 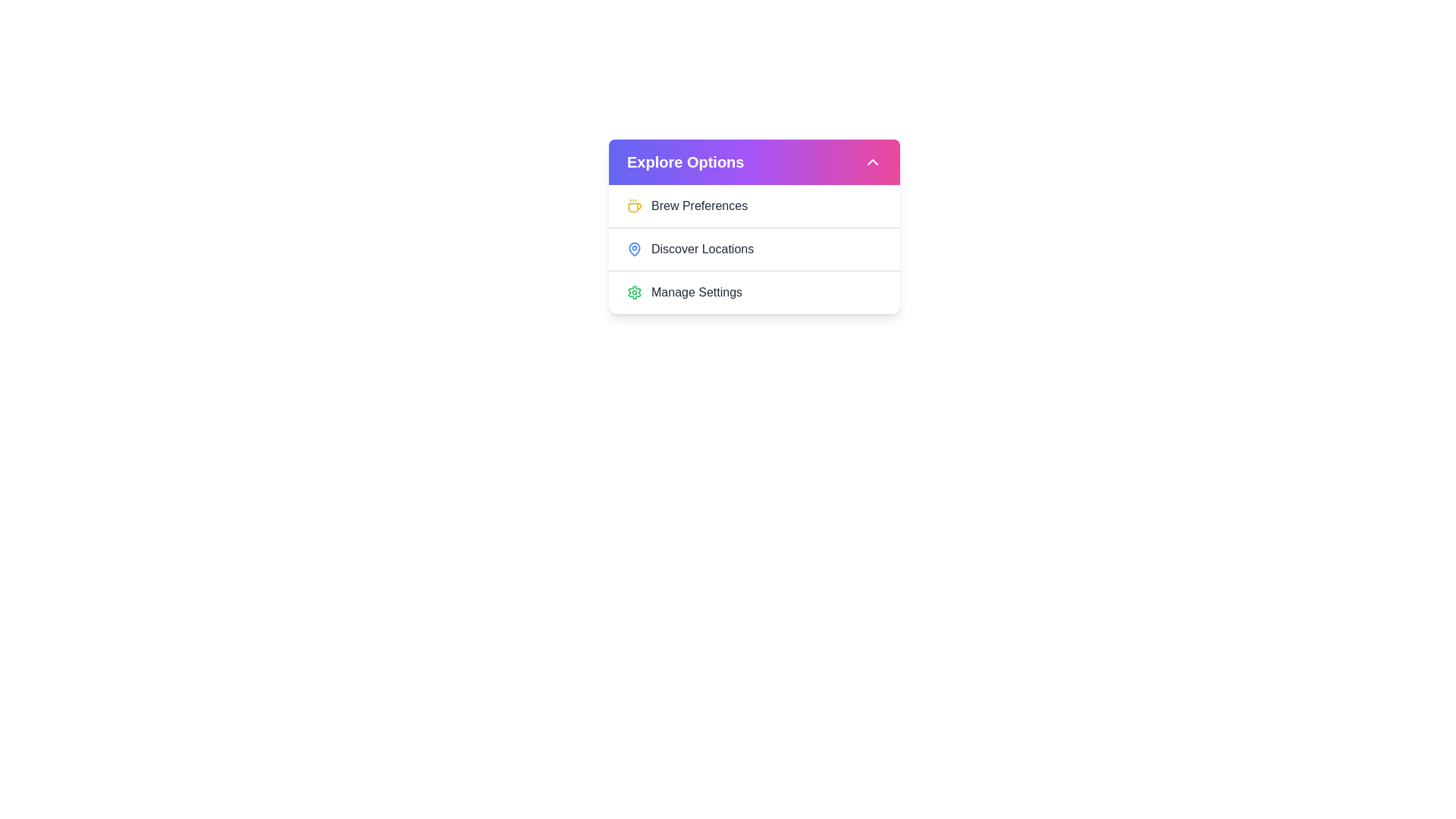 What do you see at coordinates (754, 248) in the screenshot?
I see `the 'Discover Locations' option in the dropdown menu` at bounding box center [754, 248].